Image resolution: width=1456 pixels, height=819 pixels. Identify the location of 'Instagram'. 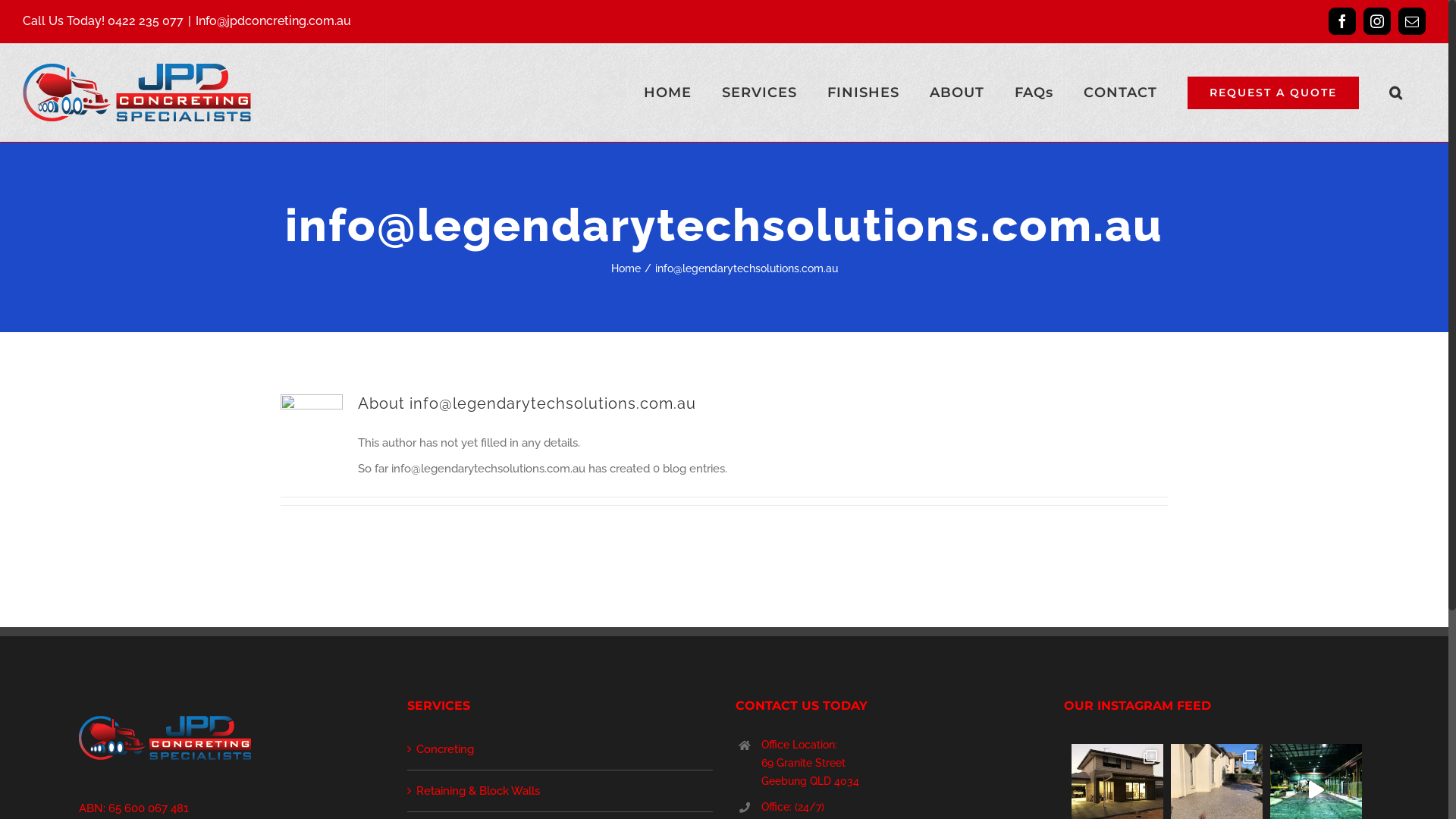
(1376, 20).